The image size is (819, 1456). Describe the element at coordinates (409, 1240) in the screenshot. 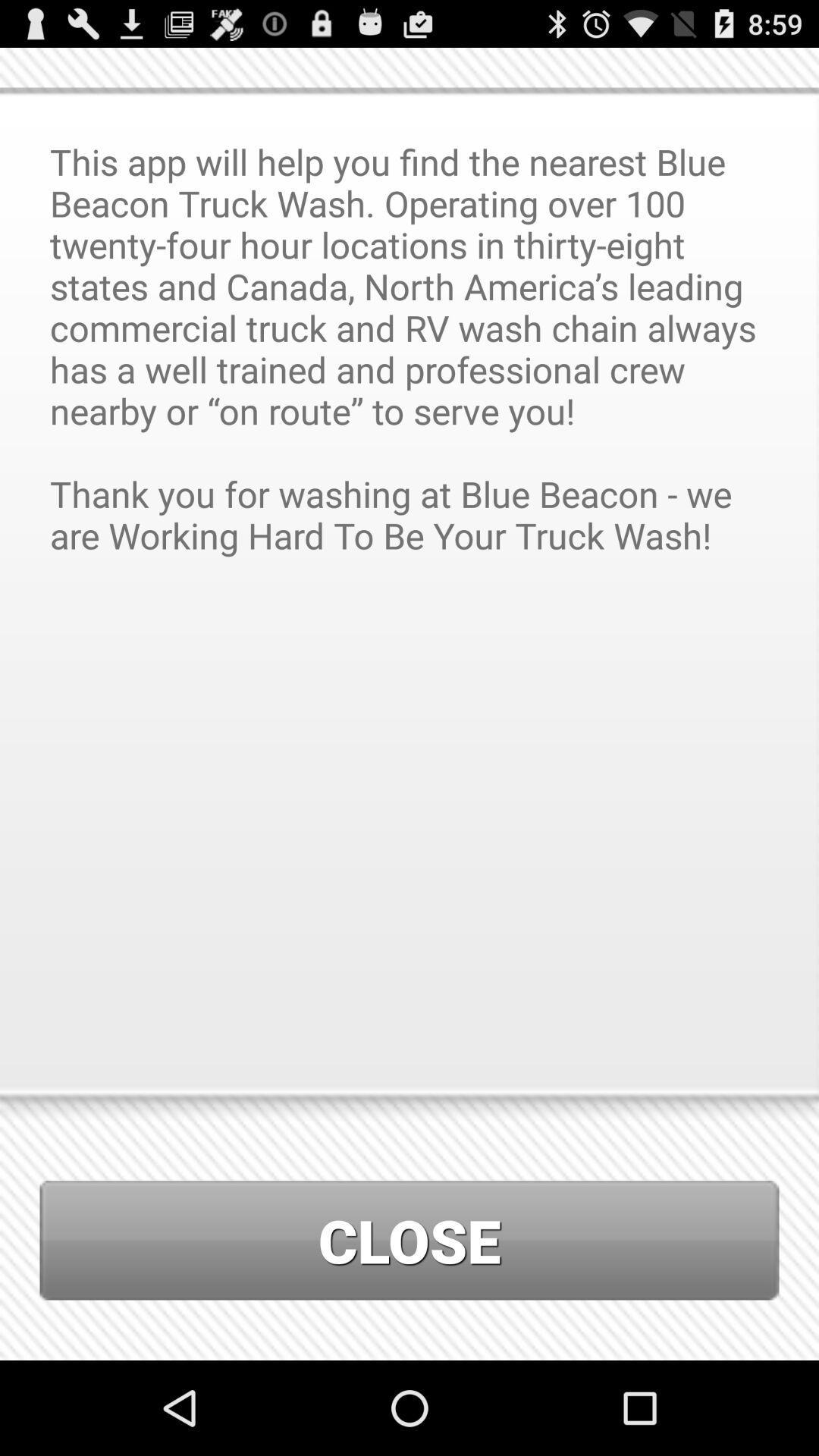

I see `close item` at that location.